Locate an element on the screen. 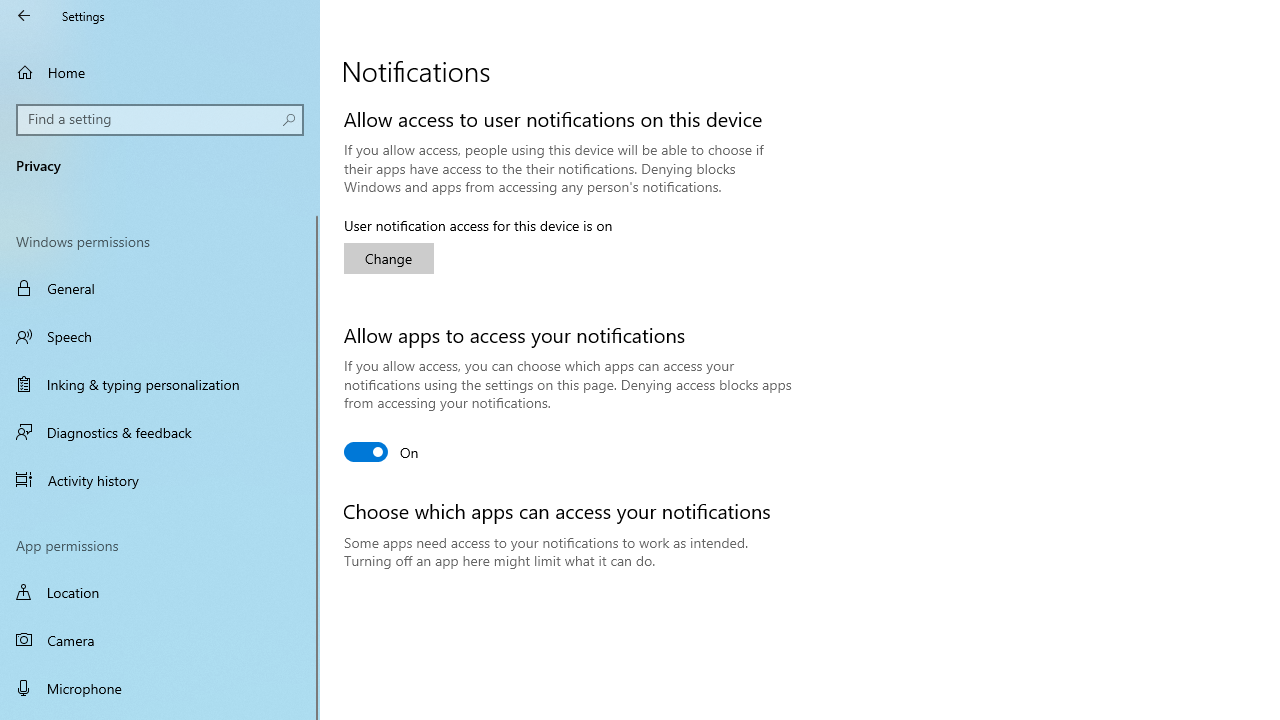  'General' is located at coordinates (160, 288).